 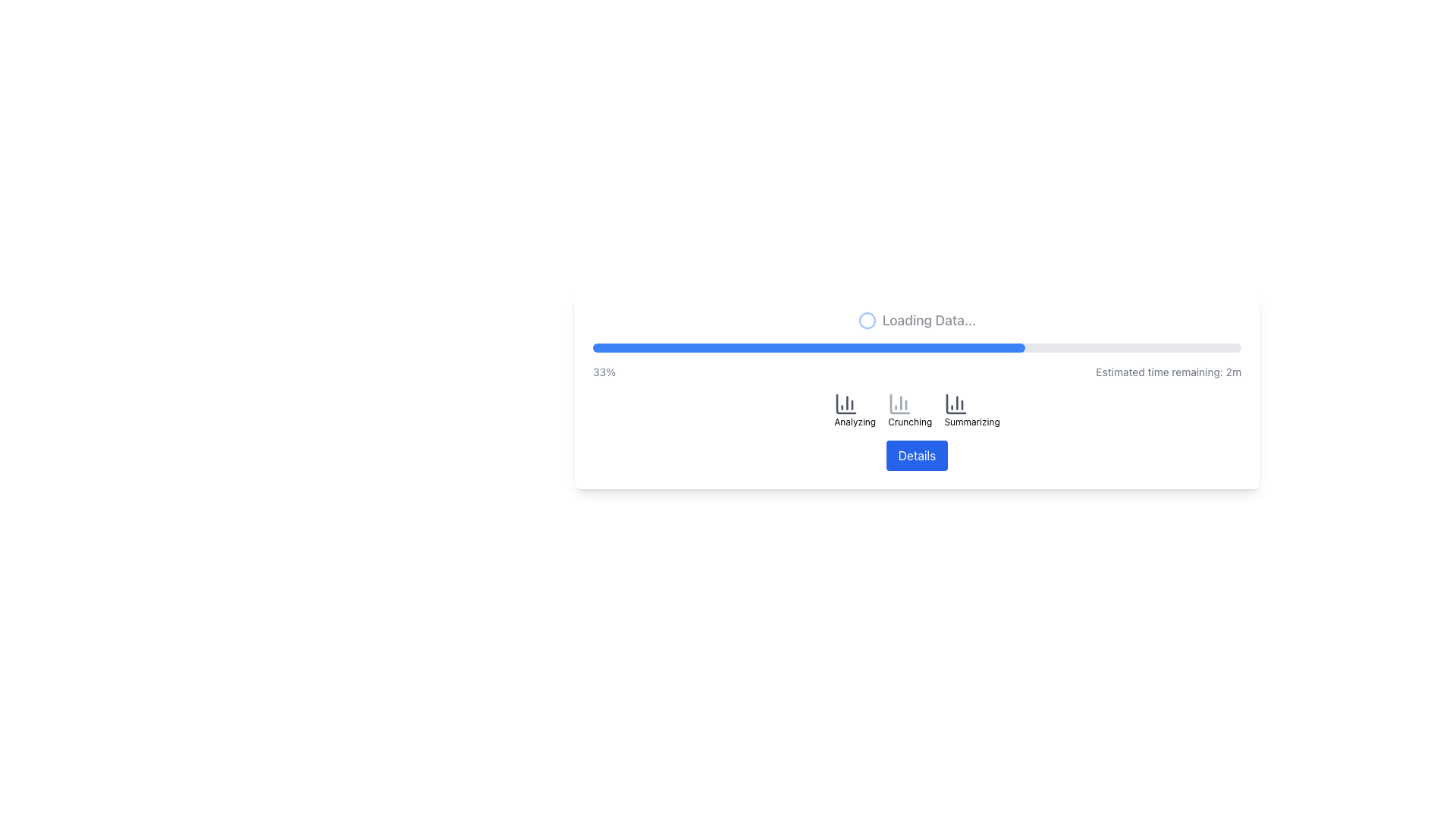 What do you see at coordinates (846, 403) in the screenshot?
I see `the status represented by the bar chart icon located above the text label 'Analyzing'` at bounding box center [846, 403].